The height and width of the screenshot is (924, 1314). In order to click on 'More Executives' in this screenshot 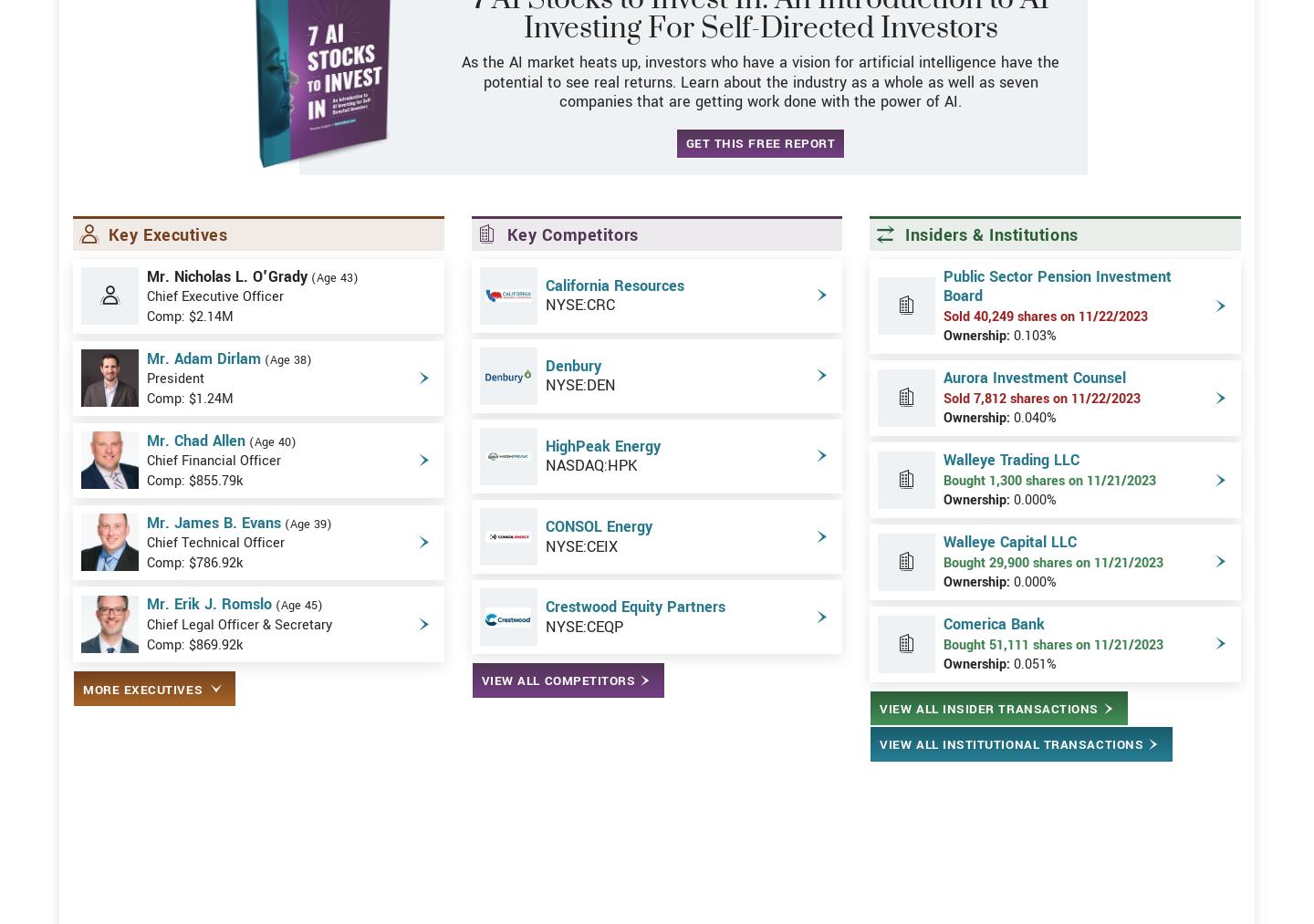, I will do `click(83, 753)`.